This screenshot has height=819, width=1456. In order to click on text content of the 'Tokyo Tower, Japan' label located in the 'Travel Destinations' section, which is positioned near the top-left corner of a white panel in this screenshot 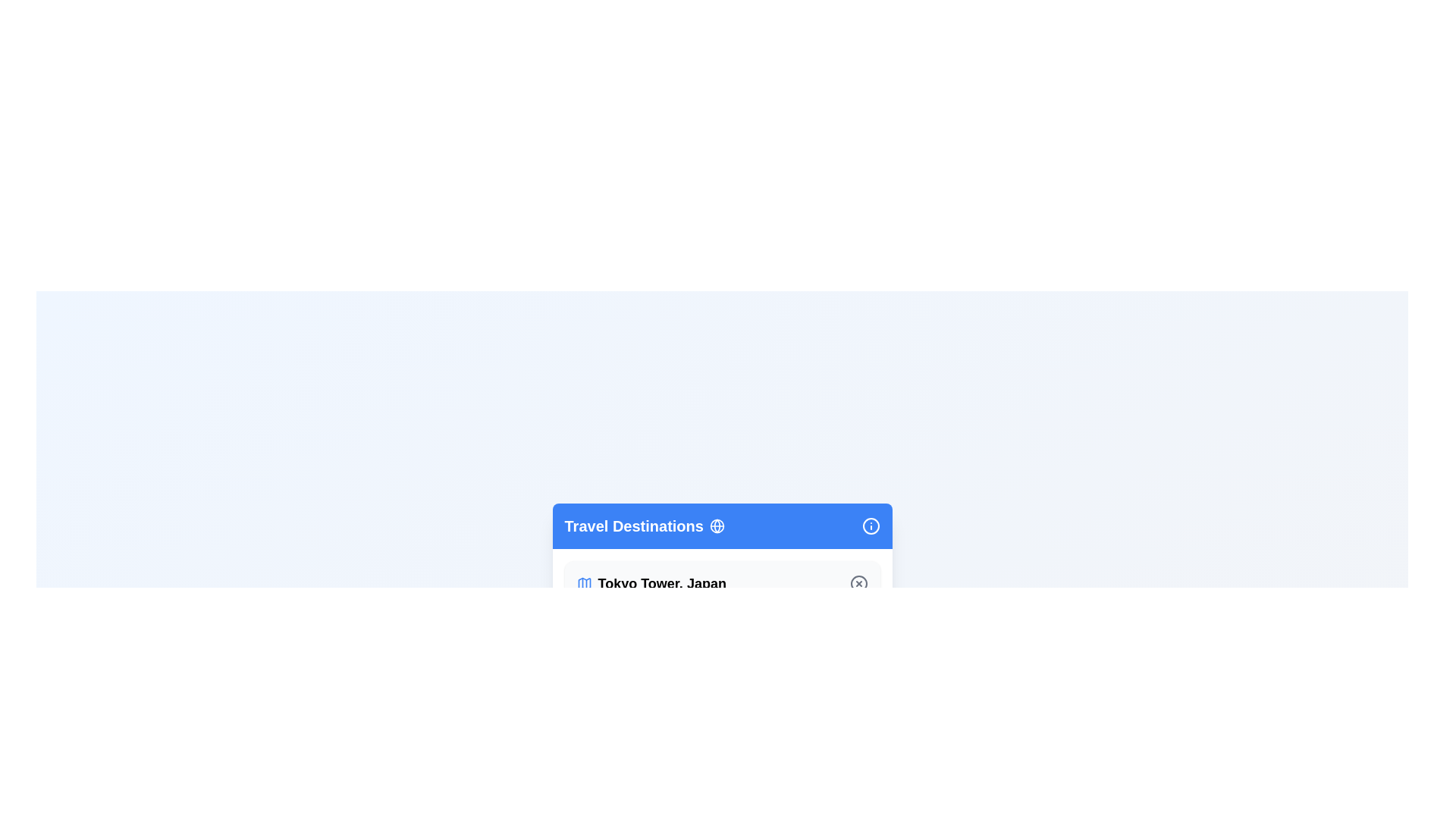, I will do `click(651, 583)`.